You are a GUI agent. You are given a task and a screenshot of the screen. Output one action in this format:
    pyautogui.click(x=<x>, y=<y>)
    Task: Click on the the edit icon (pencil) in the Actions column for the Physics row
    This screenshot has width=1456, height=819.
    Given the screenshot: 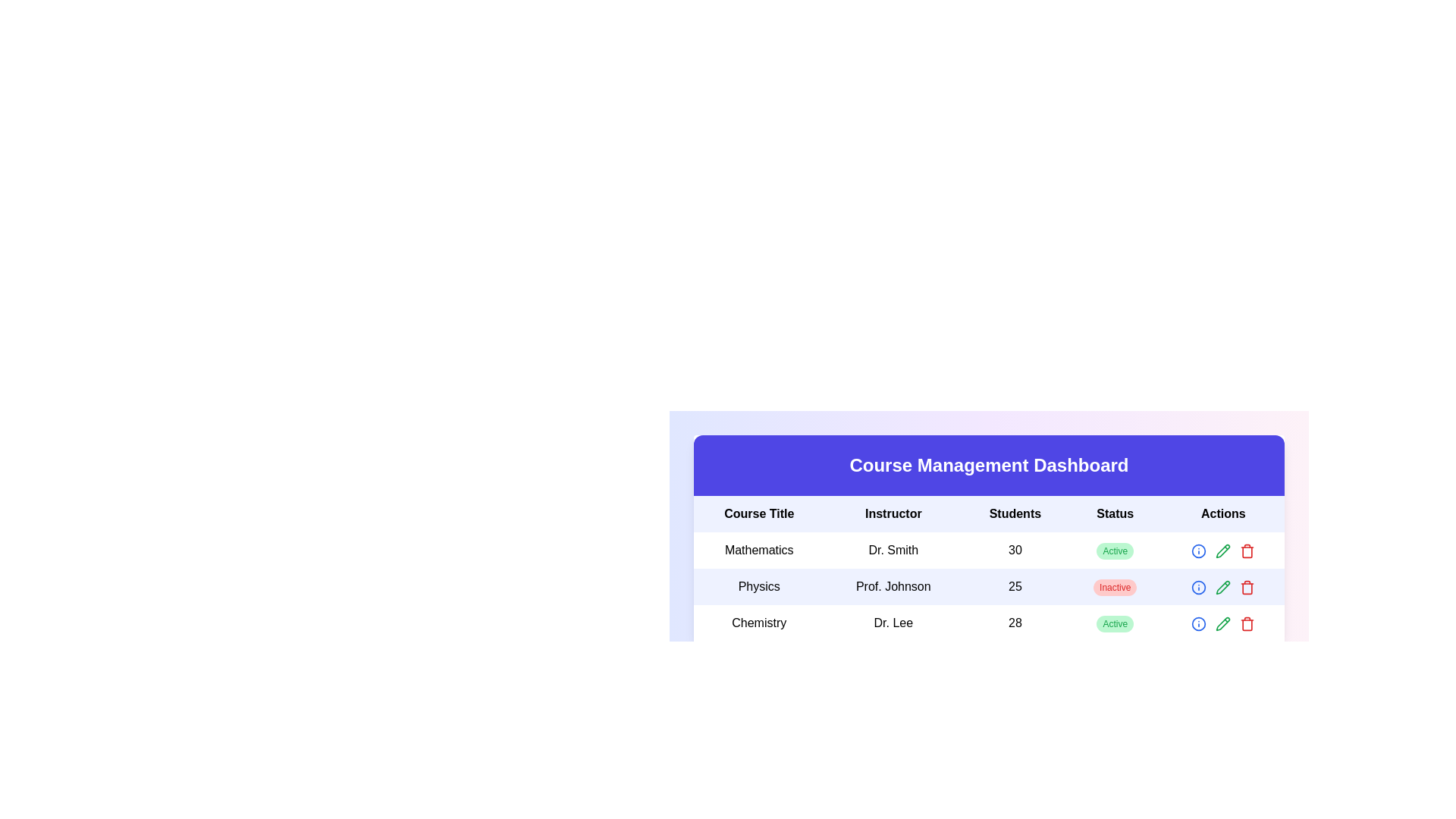 What is the action you would take?
    pyautogui.click(x=1223, y=586)
    